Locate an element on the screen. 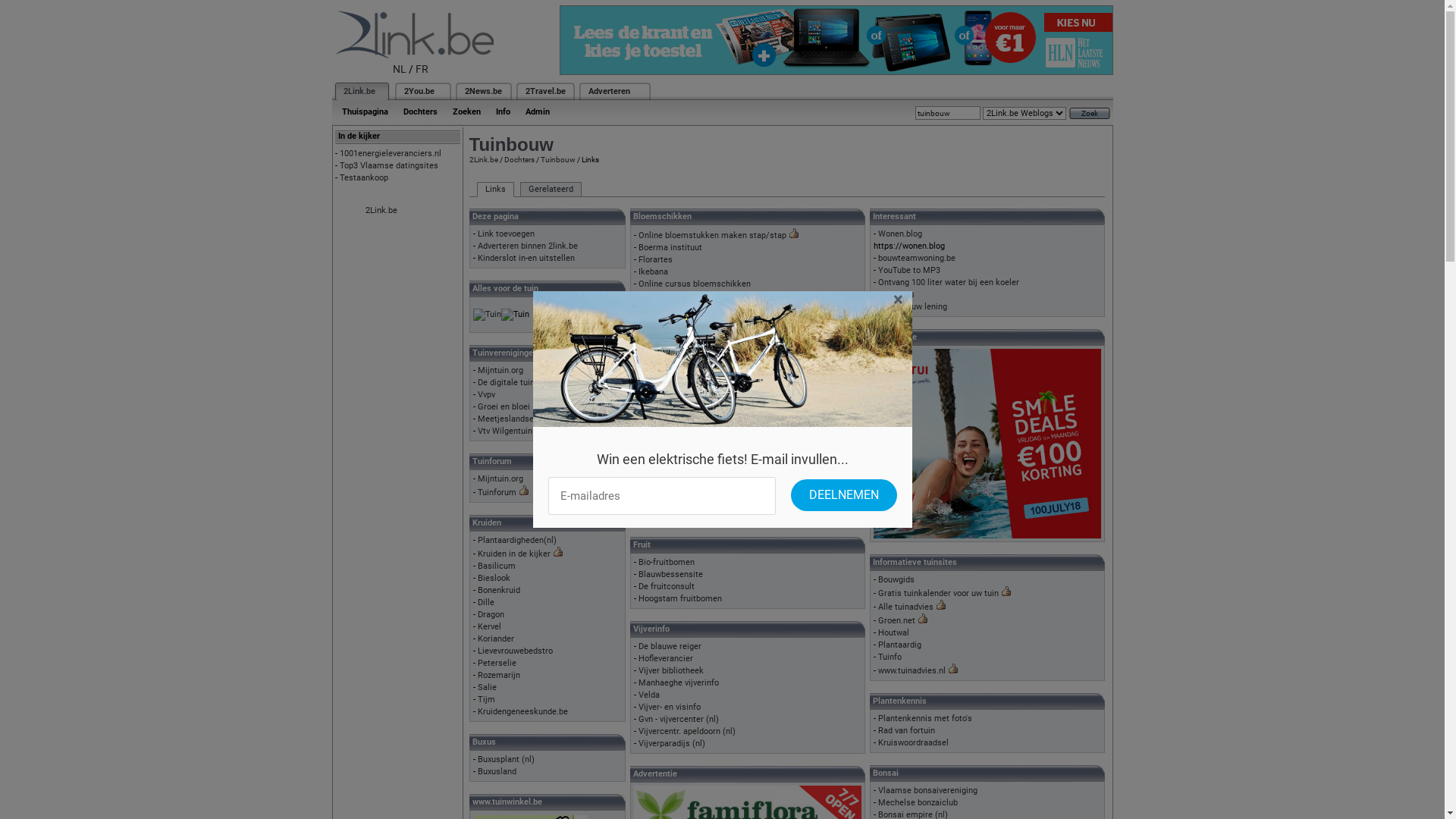  'Gratis tuinkalender voor uw tuin' is located at coordinates (937, 592).